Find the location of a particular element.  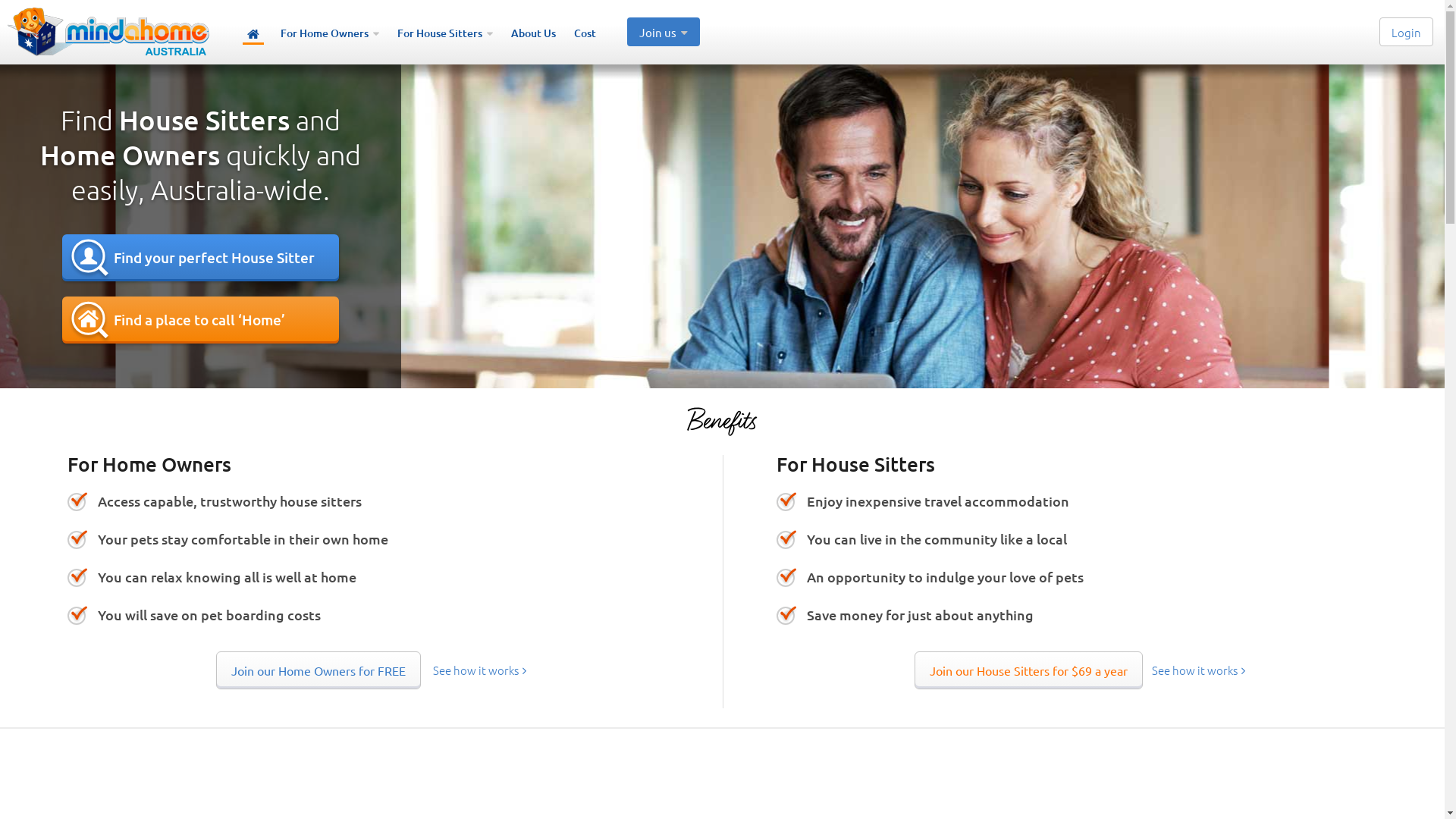

'Join our Home Owners for FREE' is located at coordinates (318, 669).